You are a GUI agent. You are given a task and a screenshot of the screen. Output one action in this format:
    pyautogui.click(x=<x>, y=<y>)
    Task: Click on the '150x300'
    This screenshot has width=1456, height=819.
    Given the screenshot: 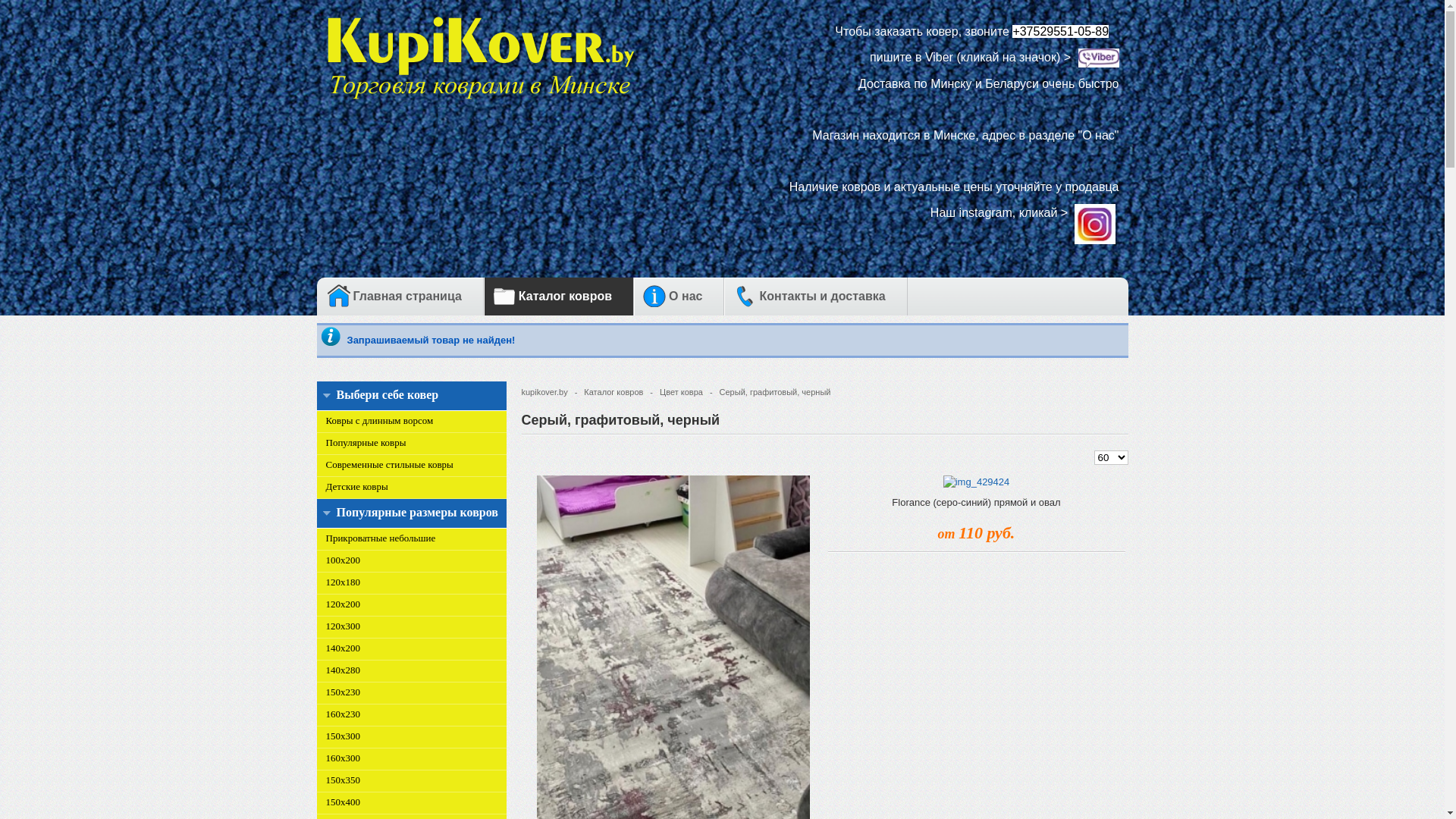 What is the action you would take?
    pyautogui.click(x=342, y=734)
    